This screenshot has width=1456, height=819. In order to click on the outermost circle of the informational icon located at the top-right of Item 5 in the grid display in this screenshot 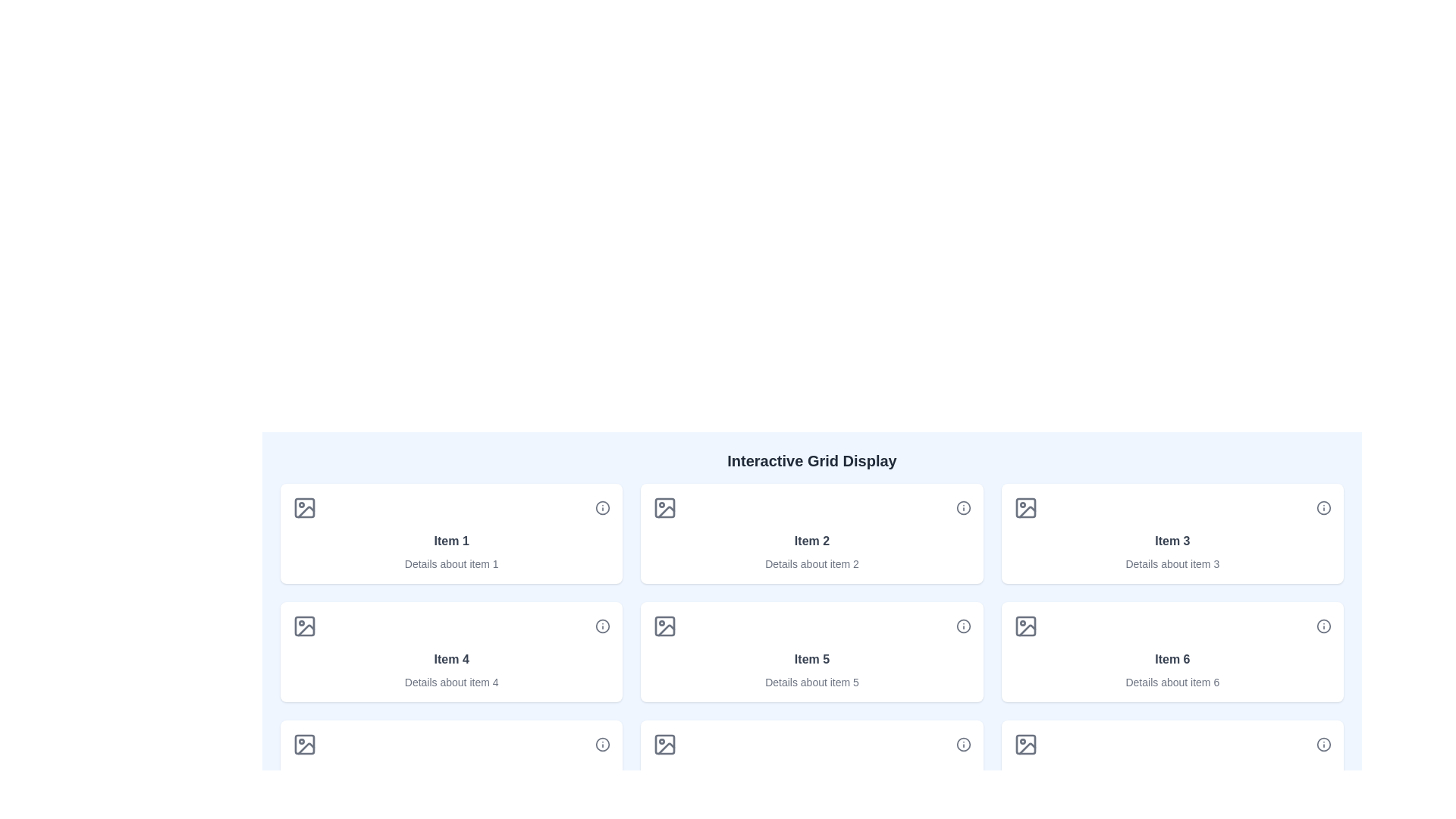, I will do `click(962, 626)`.